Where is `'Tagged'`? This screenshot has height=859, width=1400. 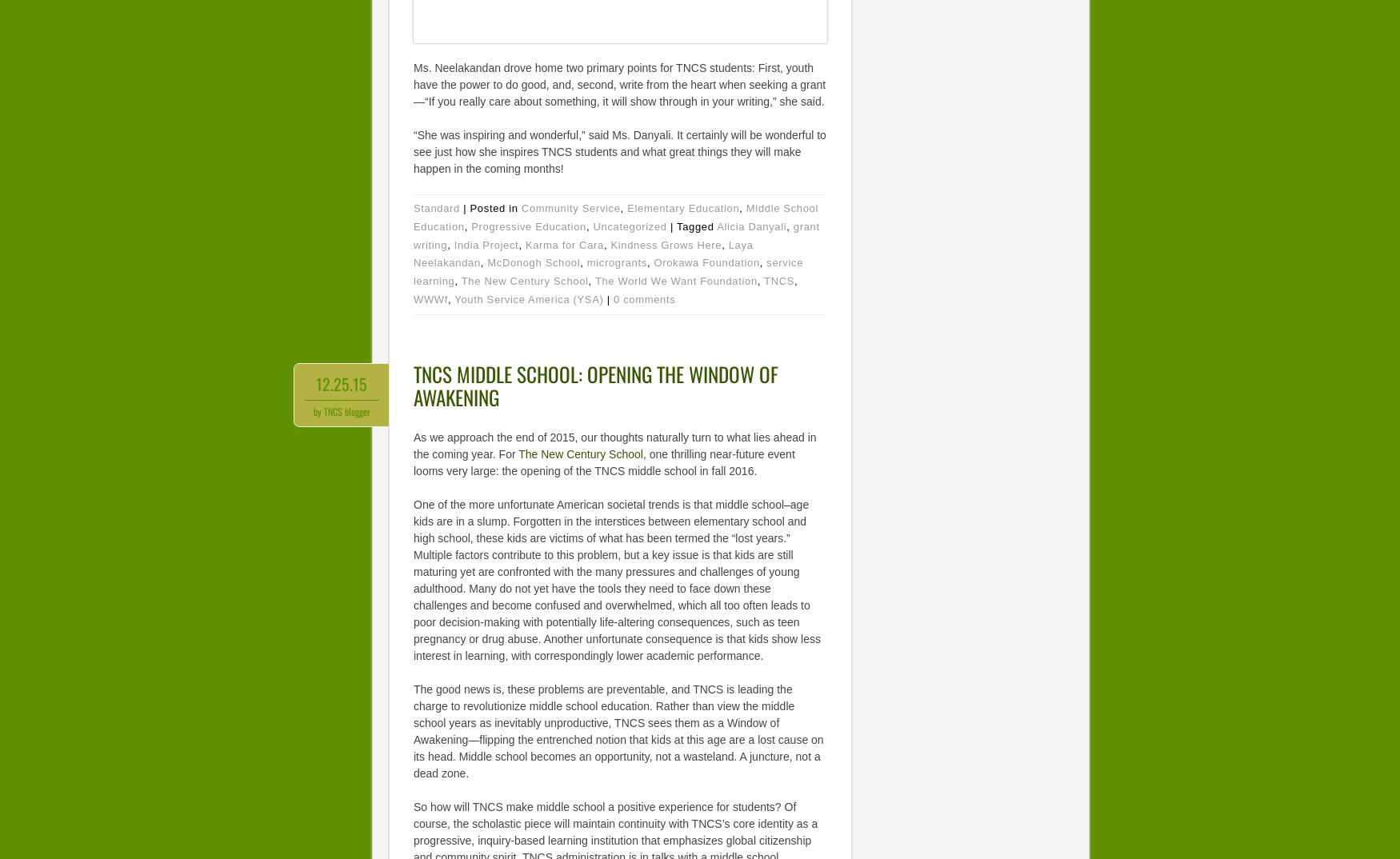 'Tagged' is located at coordinates (696, 226).